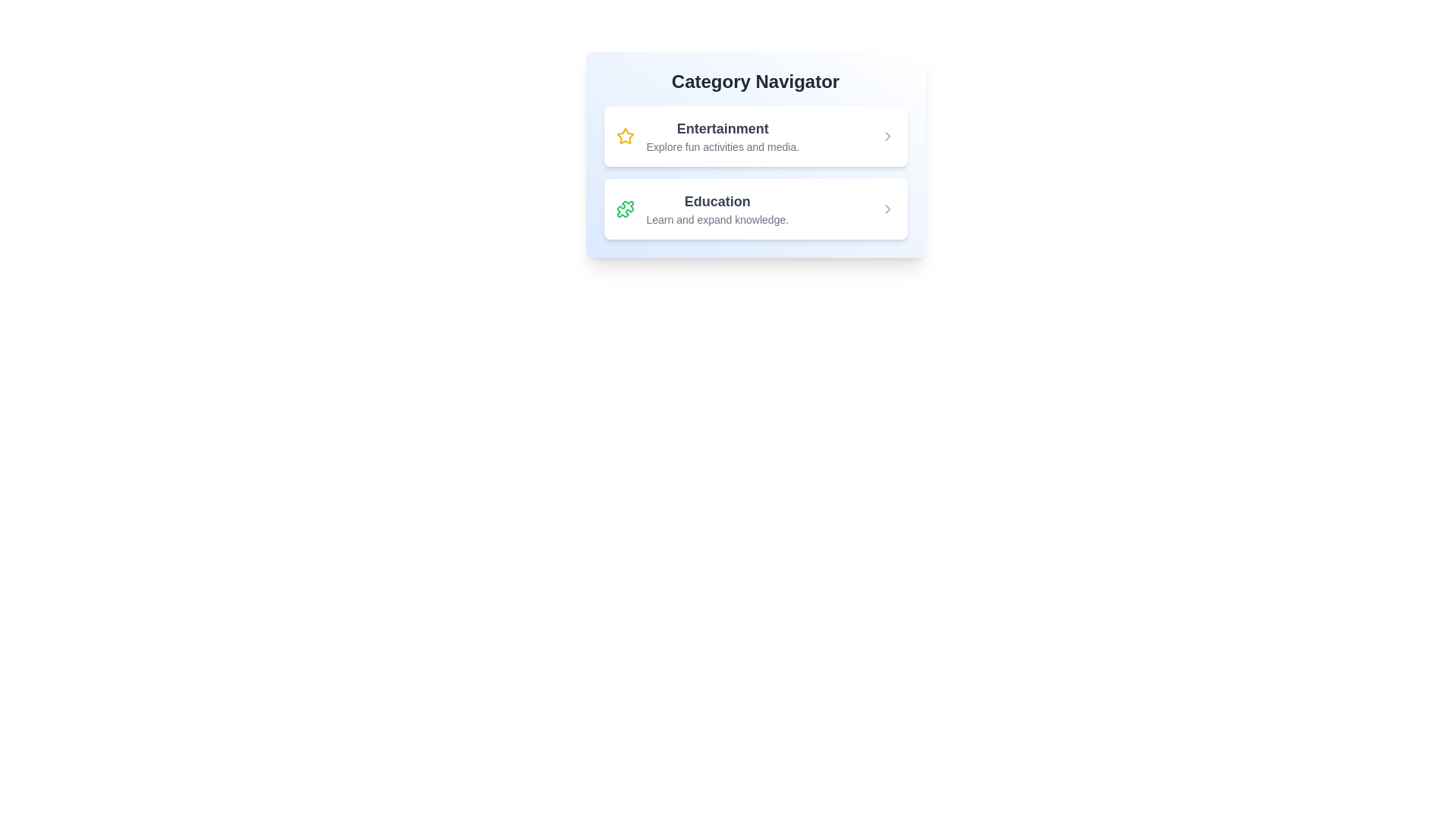 This screenshot has width=1456, height=819. I want to click on the green puzzle-shaped icon associated with the Education section in the Category Navigator interface to interact indirectly with that section, so click(625, 209).